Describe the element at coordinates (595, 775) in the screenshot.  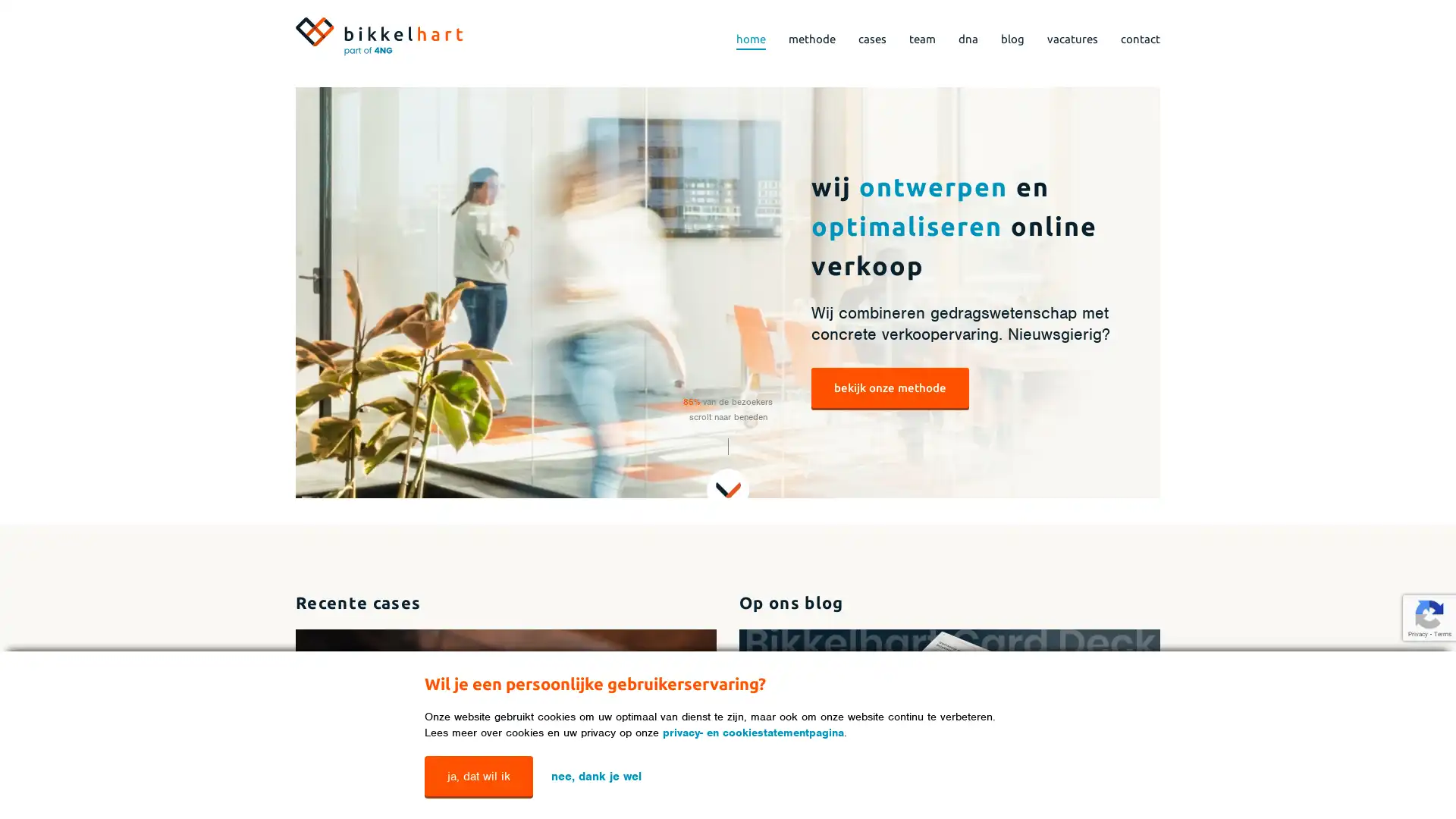
I see `nee, dank je wel` at that location.